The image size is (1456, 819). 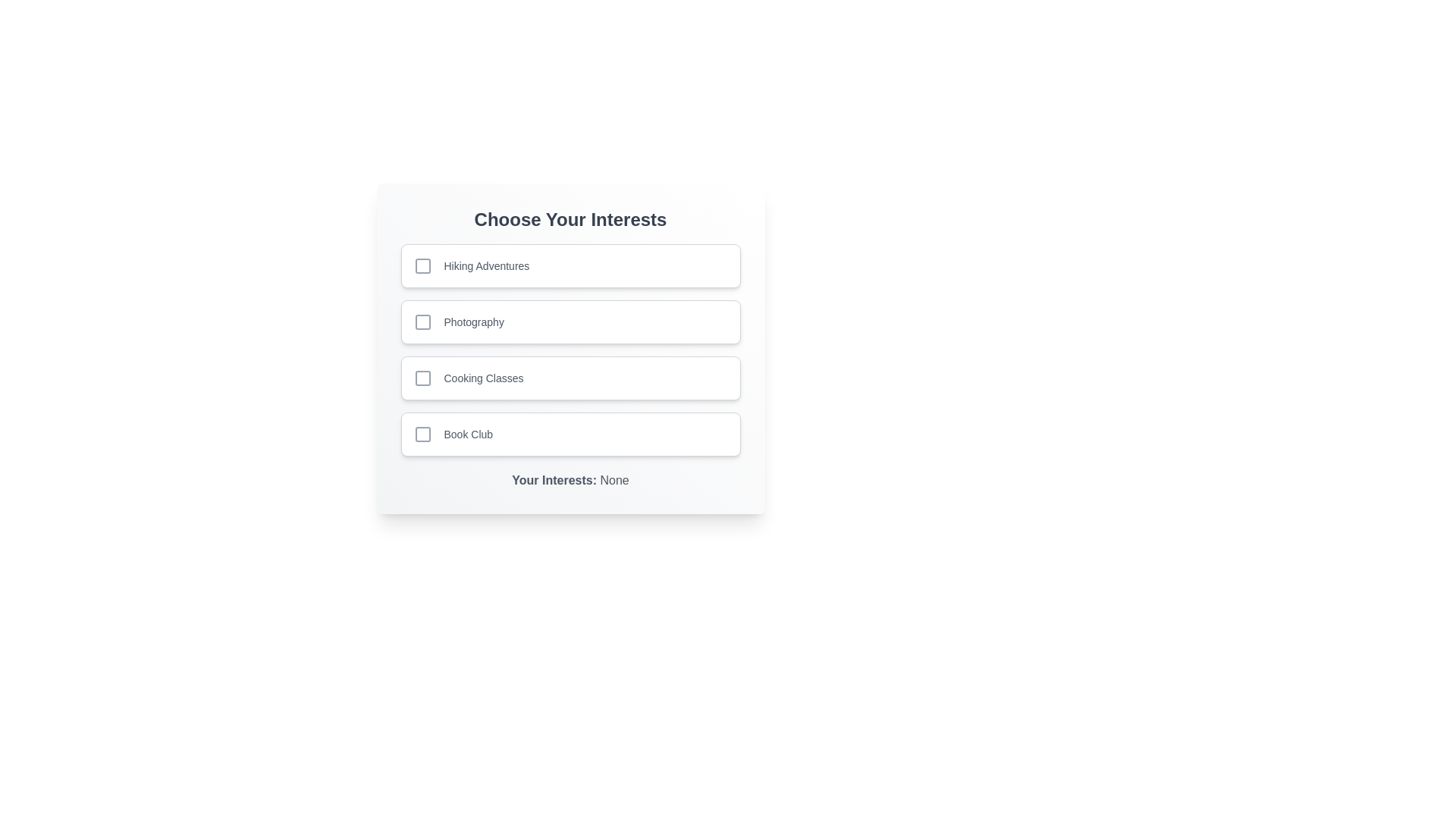 I want to click on the checkbox corresponding to the third item labeled 'Cooking Classes', so click(x=422, y=377).